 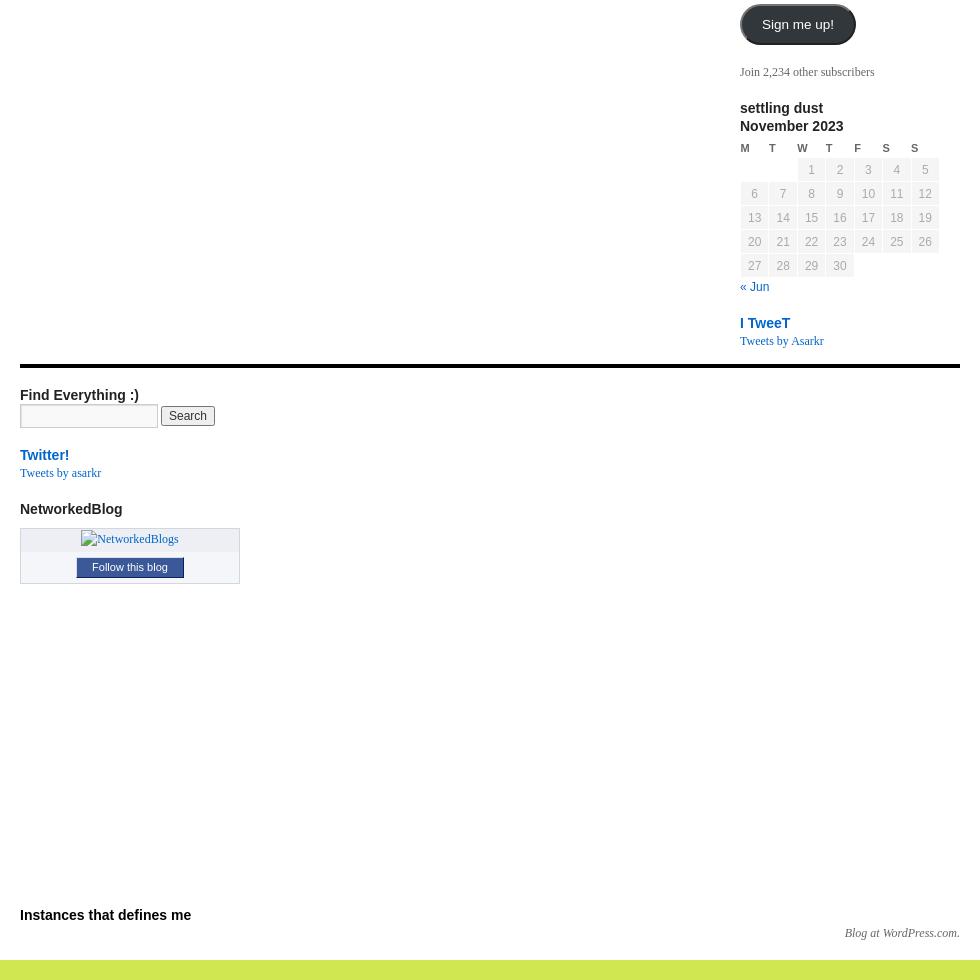 What do you see at coordinates (79, 395) in the screenshot?
I see `'Find Everything :)'` at bounding box center [79, 395].